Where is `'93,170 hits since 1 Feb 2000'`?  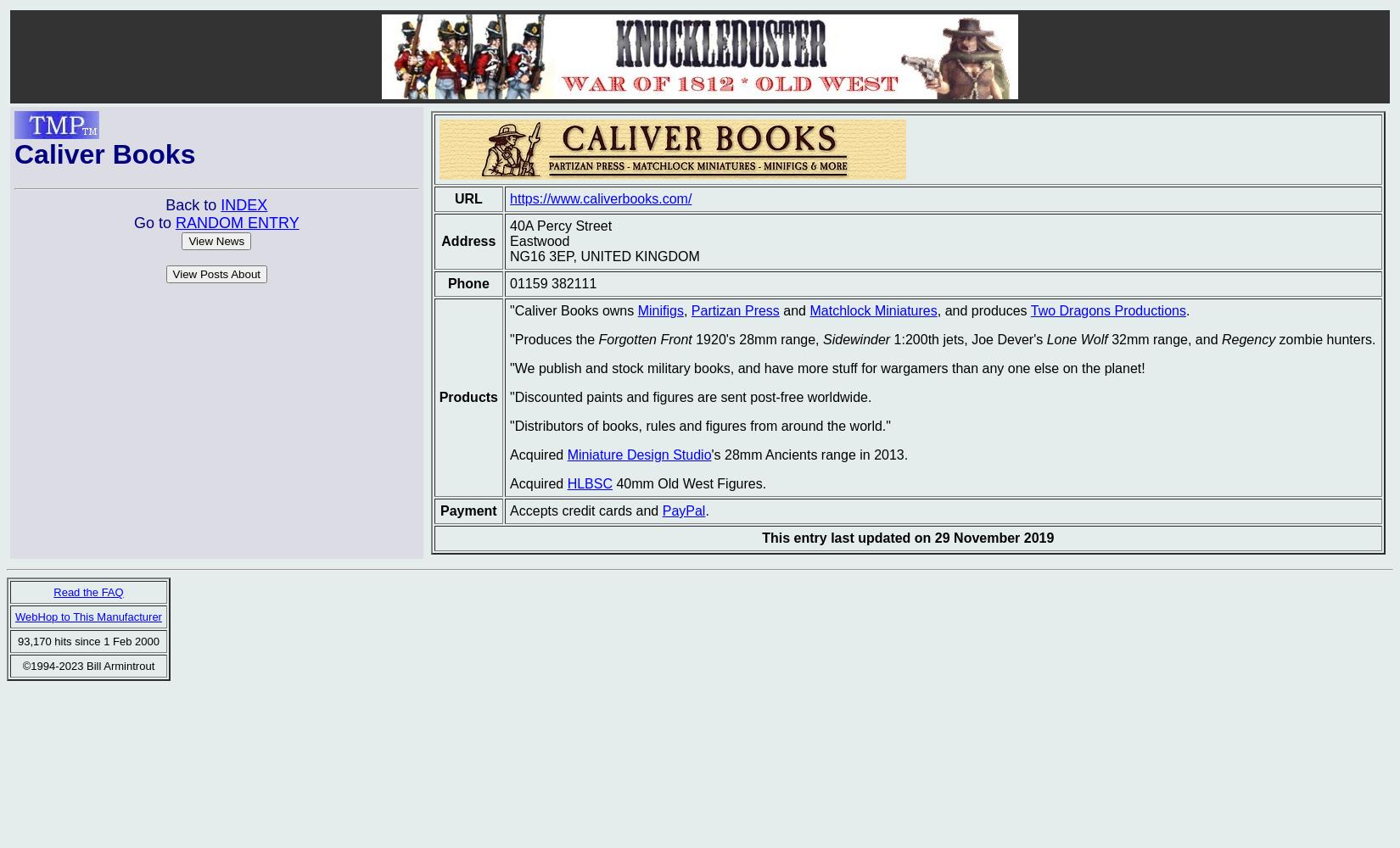 '93,170 hits since 1 Feb 2000' is located at coordinates (87, 641).